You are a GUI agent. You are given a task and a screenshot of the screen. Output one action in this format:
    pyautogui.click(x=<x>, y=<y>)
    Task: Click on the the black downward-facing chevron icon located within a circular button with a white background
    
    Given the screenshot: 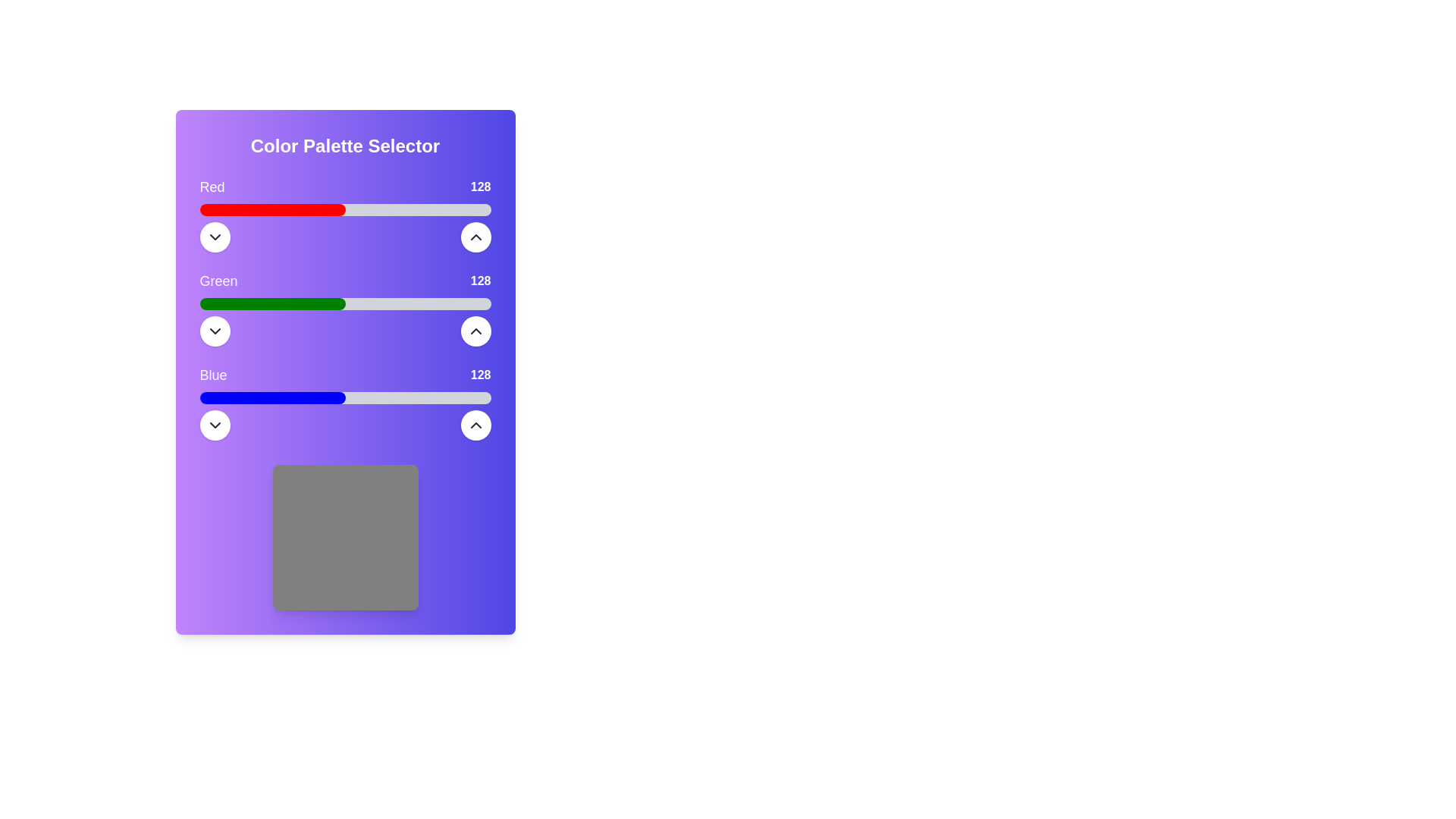 What is the action you would take?
    pyautogui.click(x=214, y=425)
    